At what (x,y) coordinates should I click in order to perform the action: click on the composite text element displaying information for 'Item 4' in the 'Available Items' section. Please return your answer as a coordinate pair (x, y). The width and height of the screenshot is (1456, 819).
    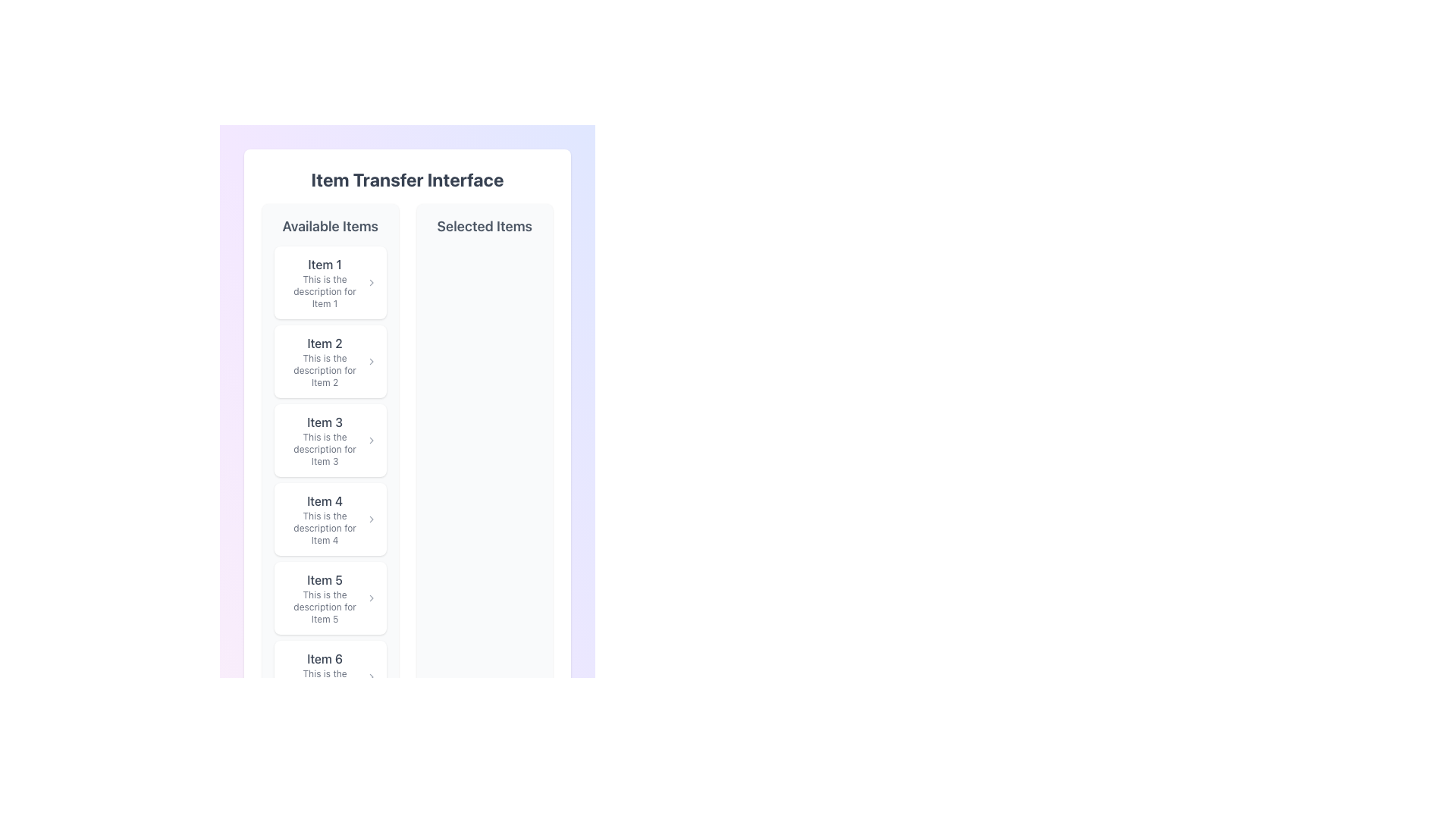
    Looking at the image, I should click on (324, 519).